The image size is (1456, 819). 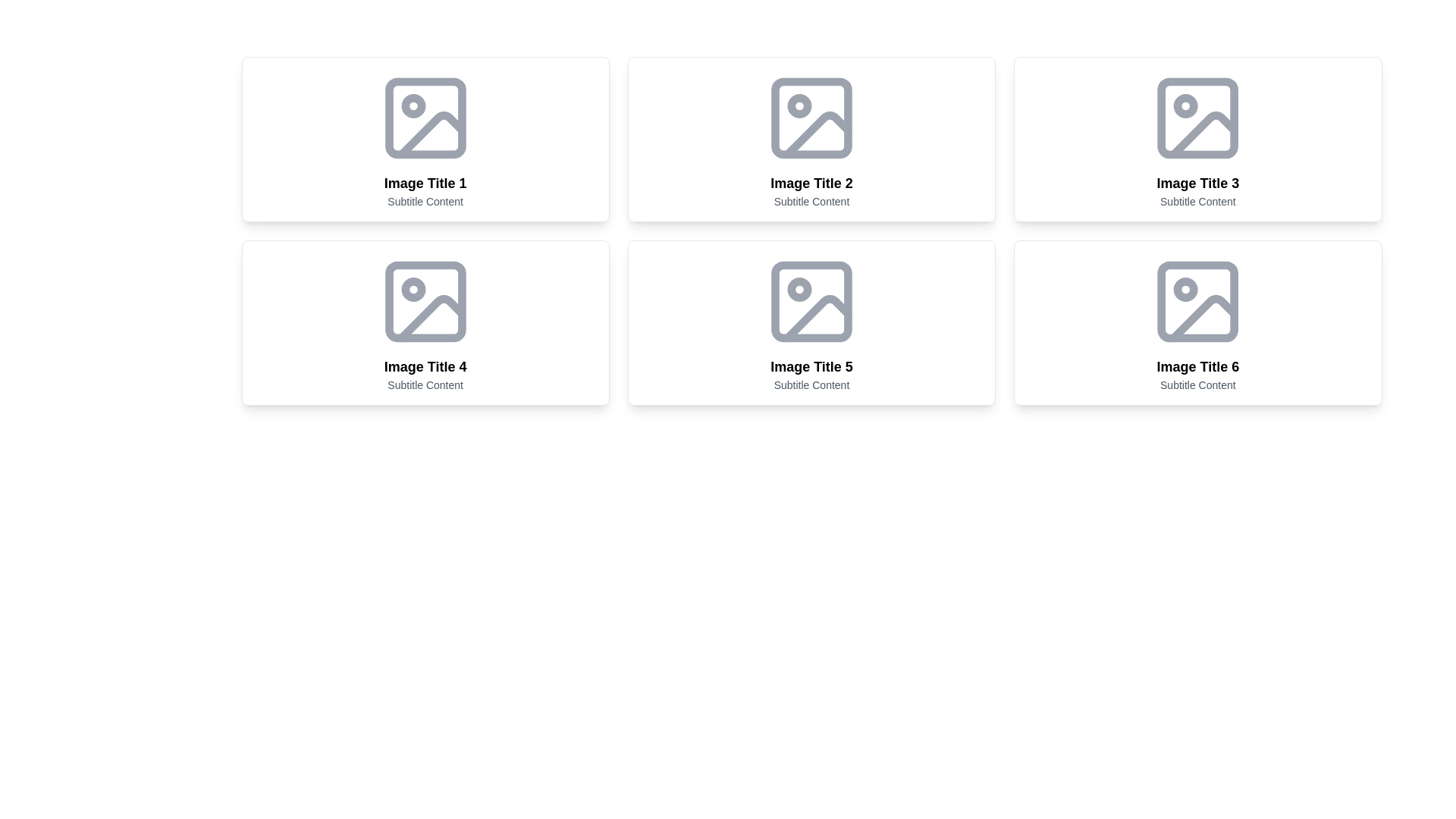 I want to click on the card that visually represents an item with an image and description, located as the second item in the top row of a grid layout, so click(x=811, y=140).